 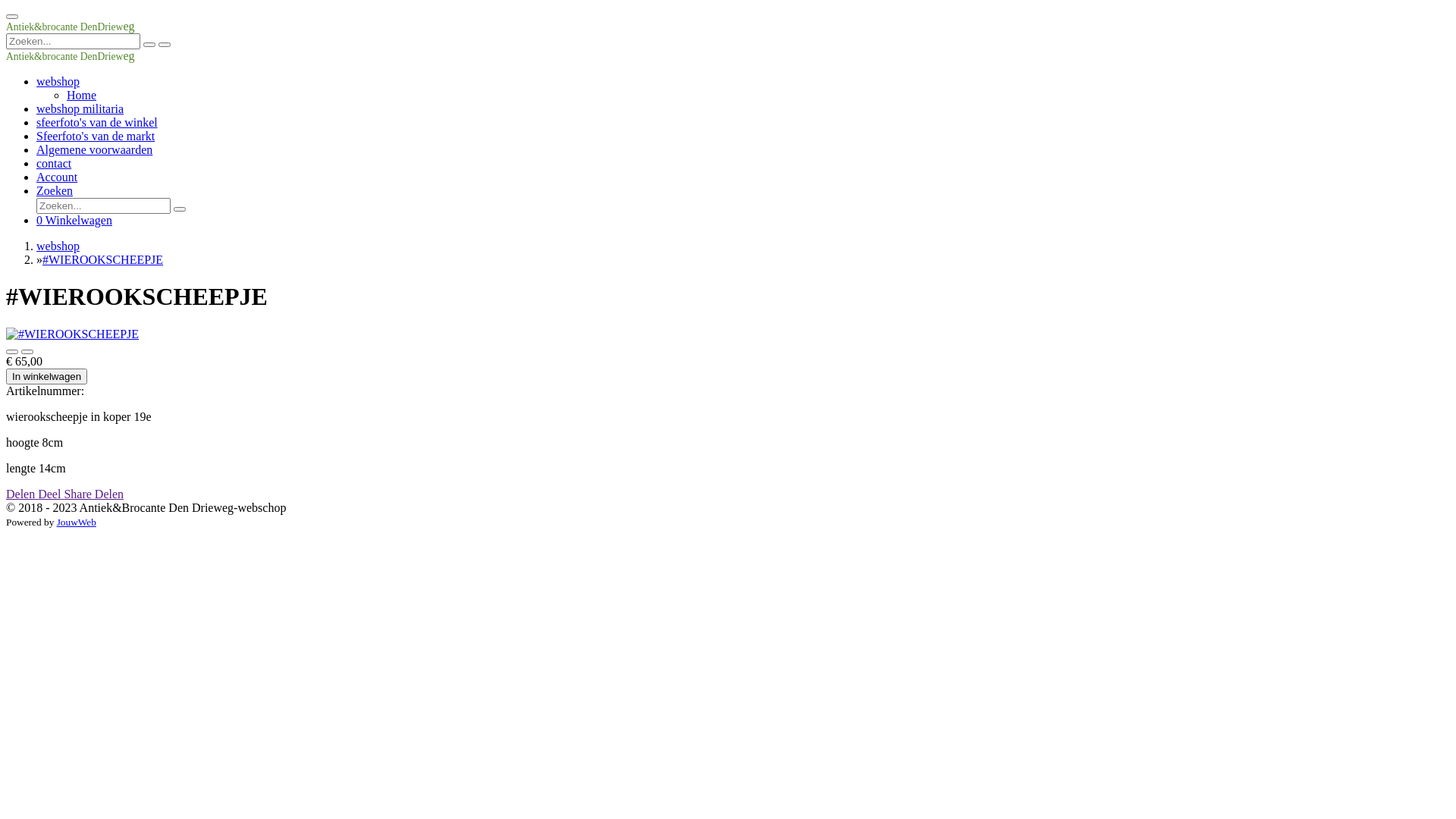 I want to click on '0 Winkelwagen', so click(x=73, y=220).